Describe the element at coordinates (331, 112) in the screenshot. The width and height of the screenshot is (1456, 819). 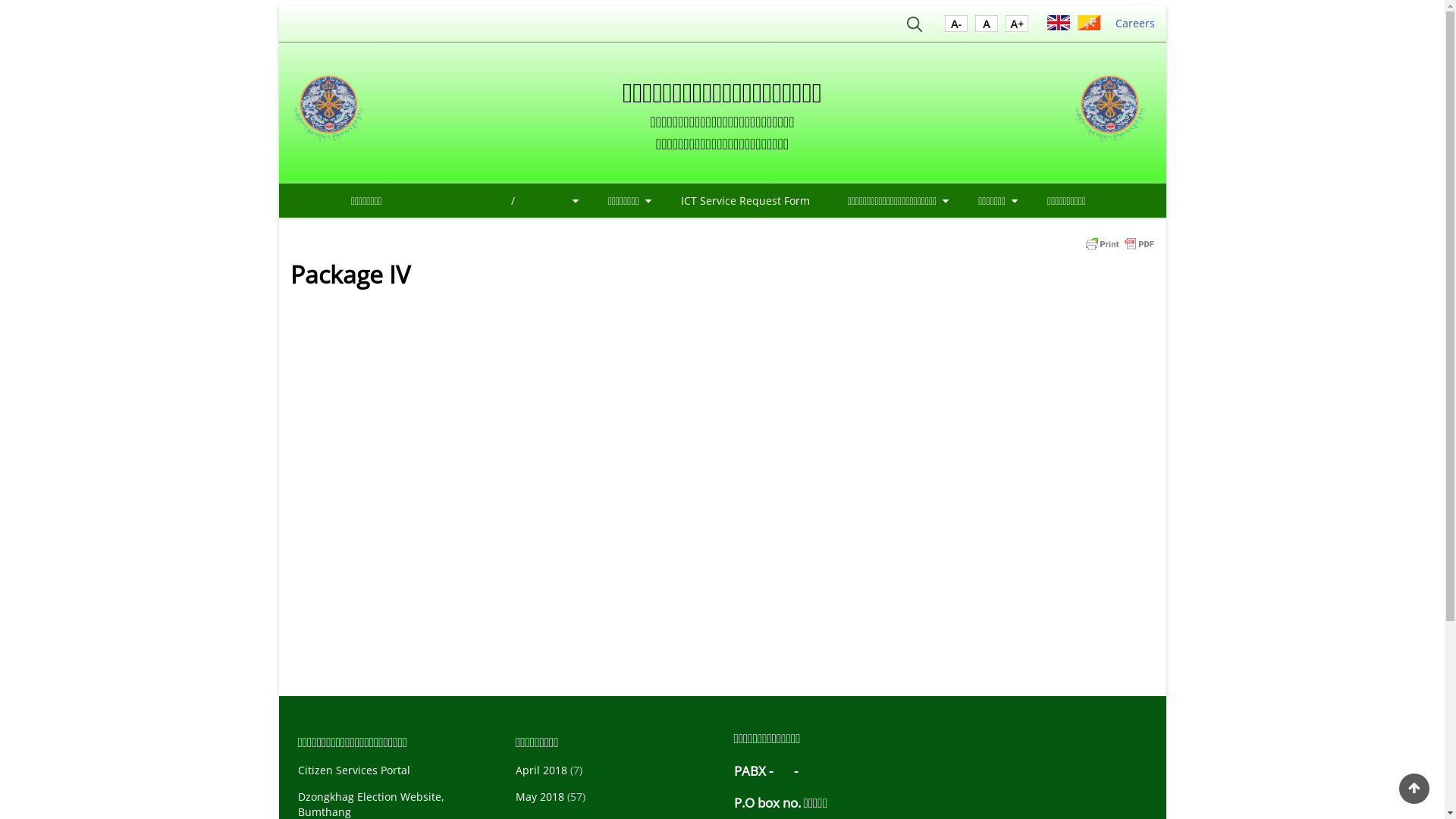
I see `'Home'` at that location.